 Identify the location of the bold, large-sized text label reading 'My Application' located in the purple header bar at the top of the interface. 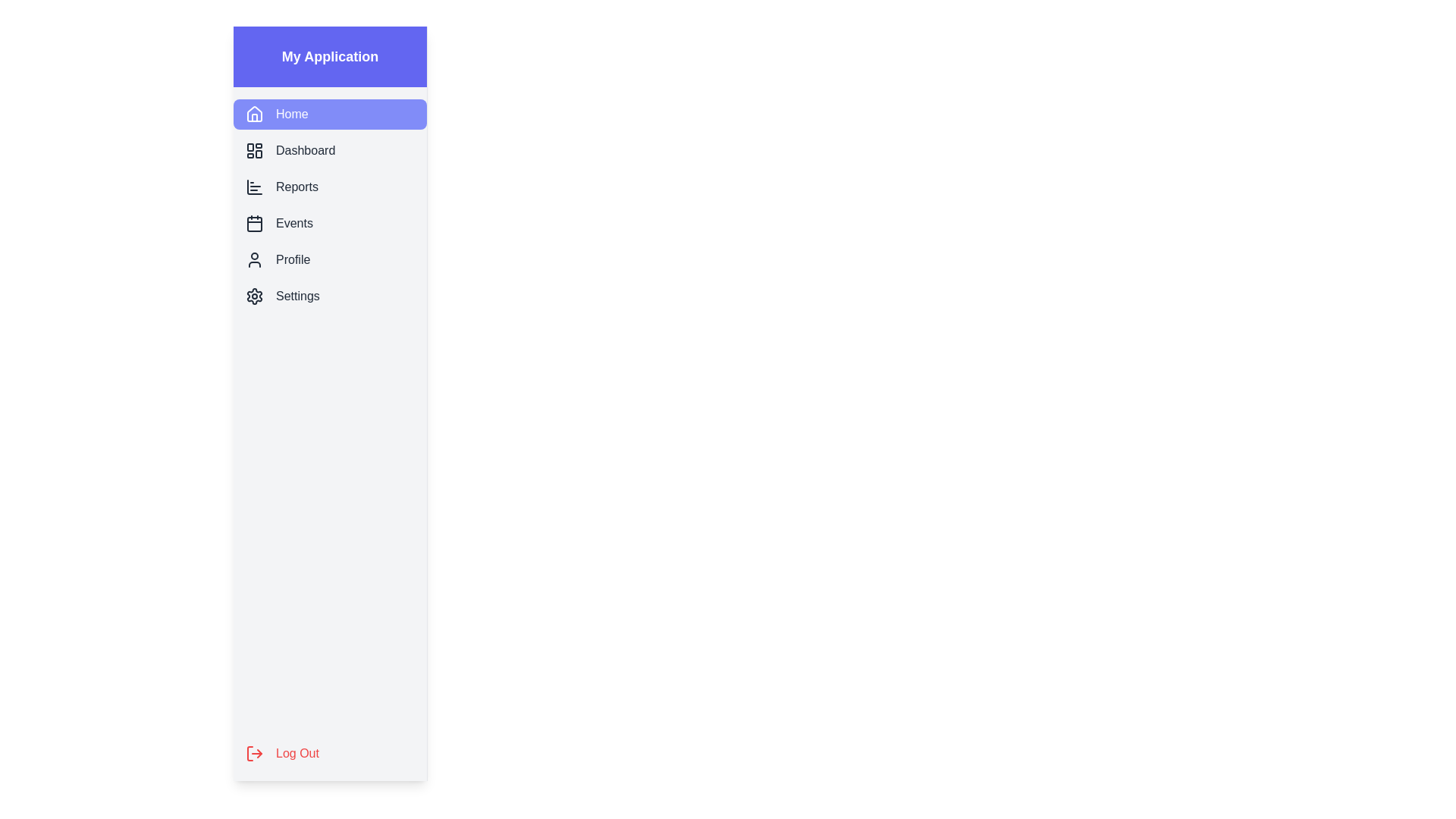
(329, 55).